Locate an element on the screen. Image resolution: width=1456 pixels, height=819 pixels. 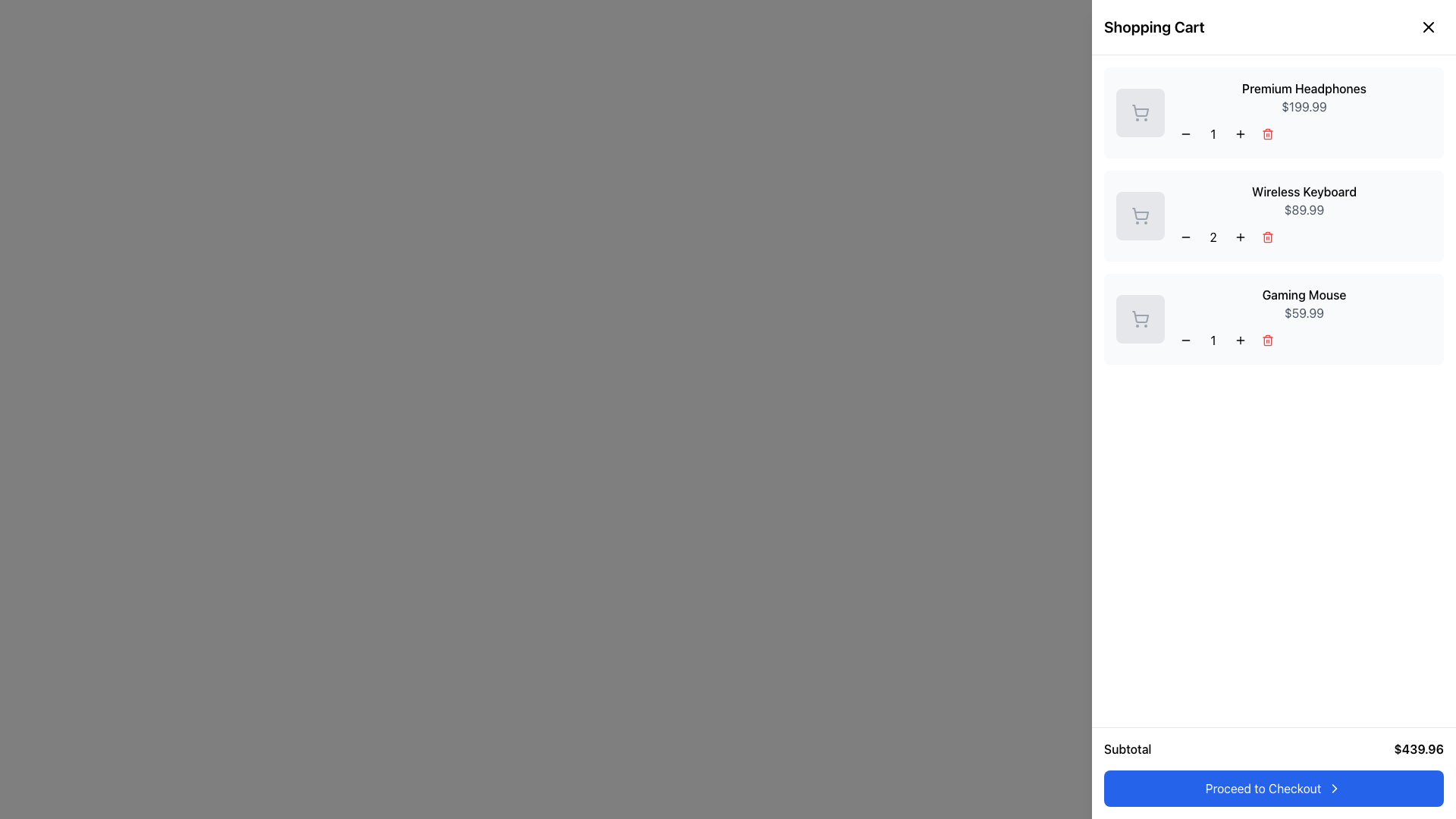
the button that decreases the quantity of the associated product in the shopping cart, located to the left of the numeric count '2' is located at coordinates (1185, 237).